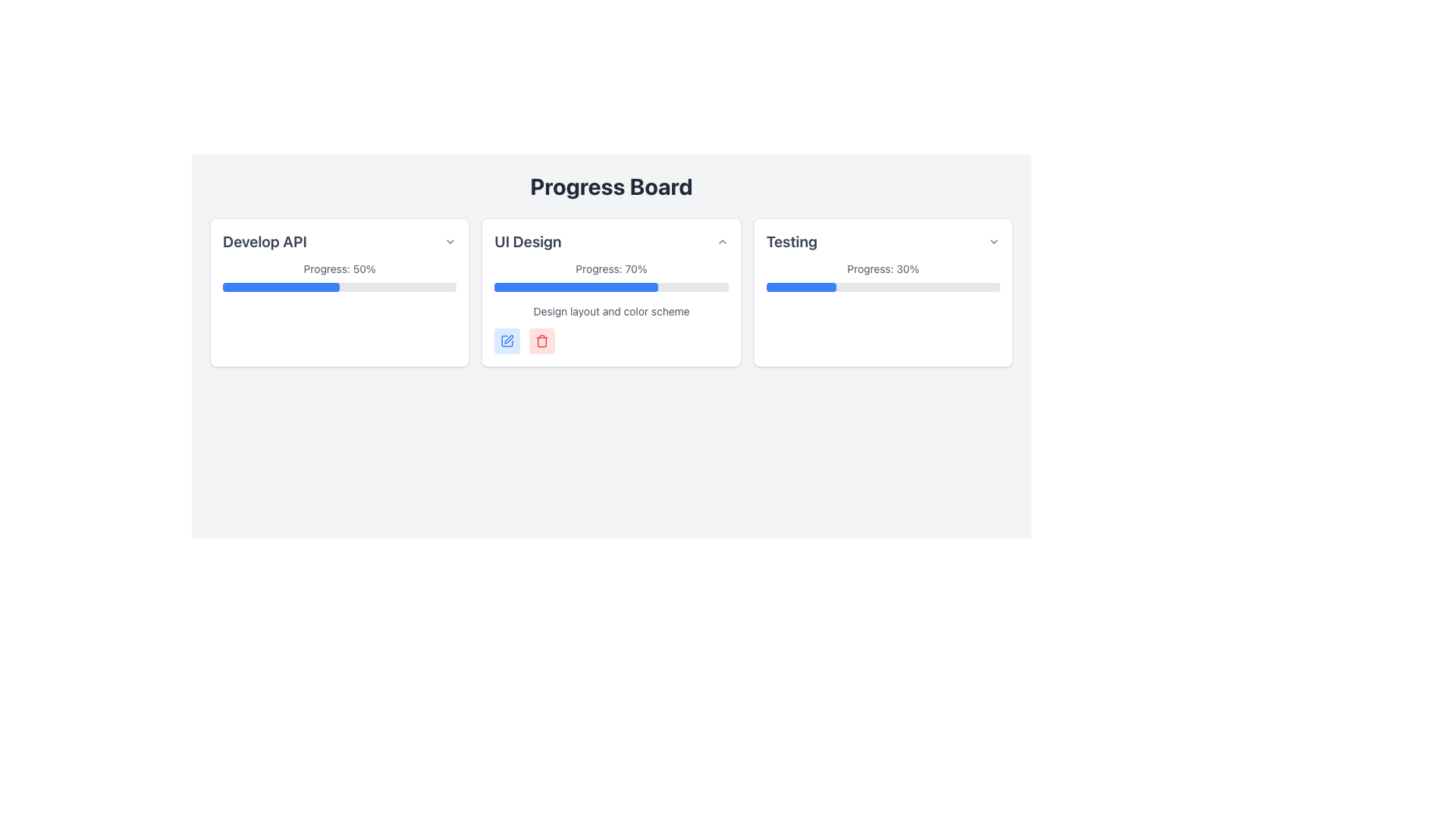 The height and width of the screenshot is (819, 1456). What do you see at coordinates (281, 287) in the screenshot?
I see `the Progress Indicator in the 'Develop API' section of the progress board that visually represents 50% completion of a task` at bounding box center [281, 287].